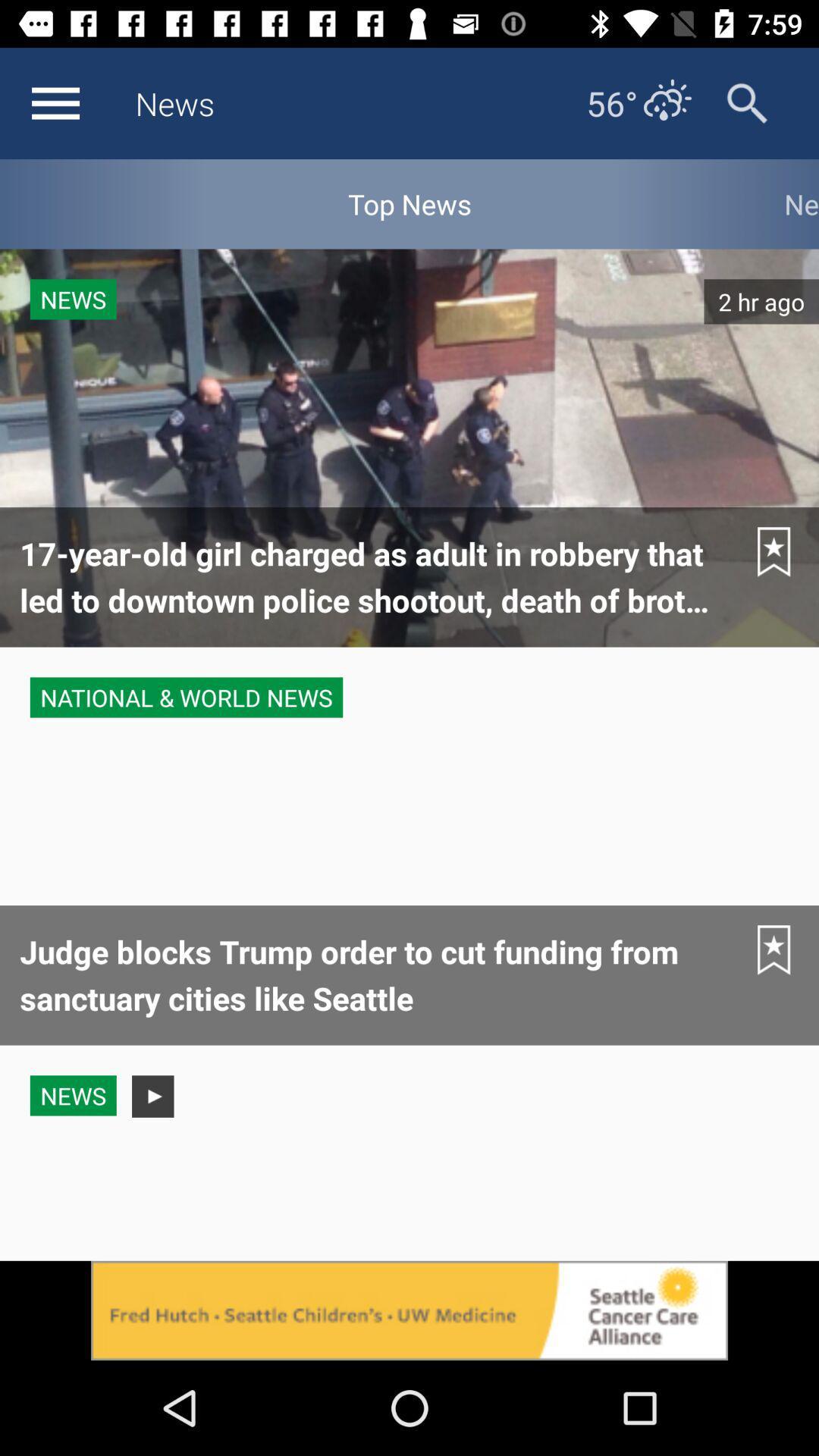  Describe the element at coordinates (746, 102) in the screenshot. I see `search news` at that location.